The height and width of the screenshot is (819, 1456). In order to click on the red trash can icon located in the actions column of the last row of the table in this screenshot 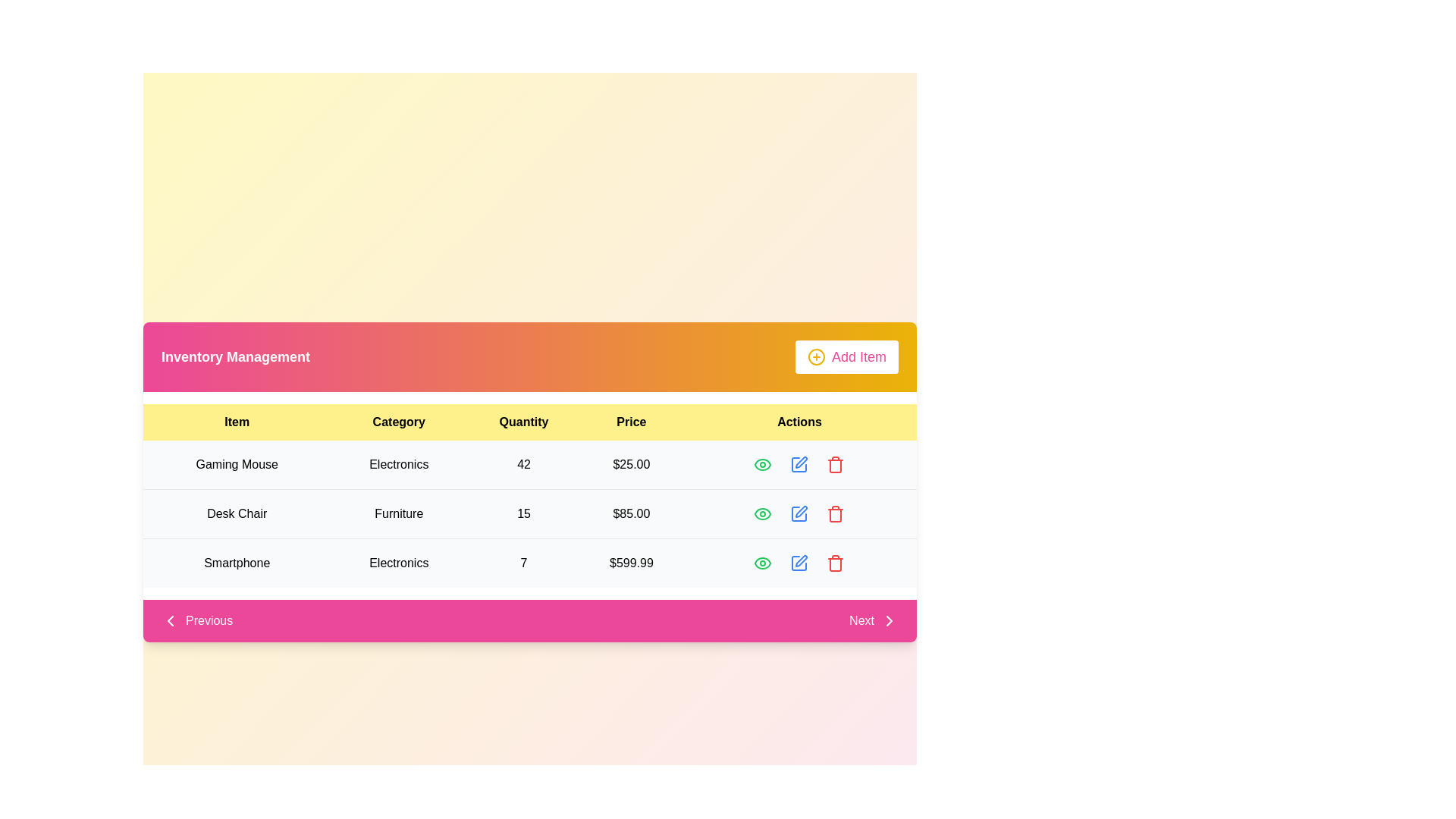, I will do `click(835, 564)`.